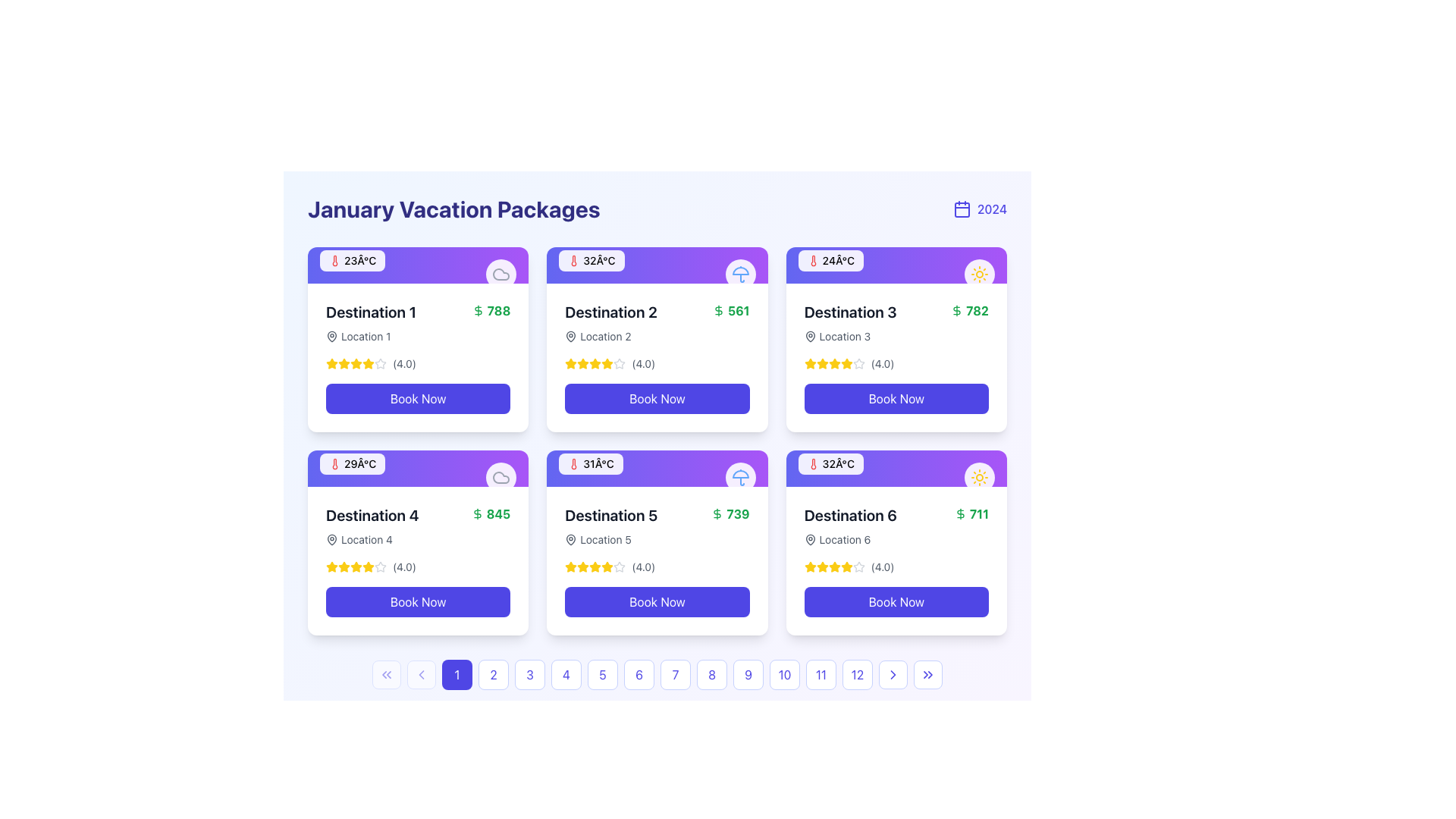 The image size is (1456, 819). I want to click on rating value displayed in the Rating display component located in the first card of the grid layout under 'January Vacation Packages', positioned below the location and price information, and above the 'Book Now' button, so click(418, 363).